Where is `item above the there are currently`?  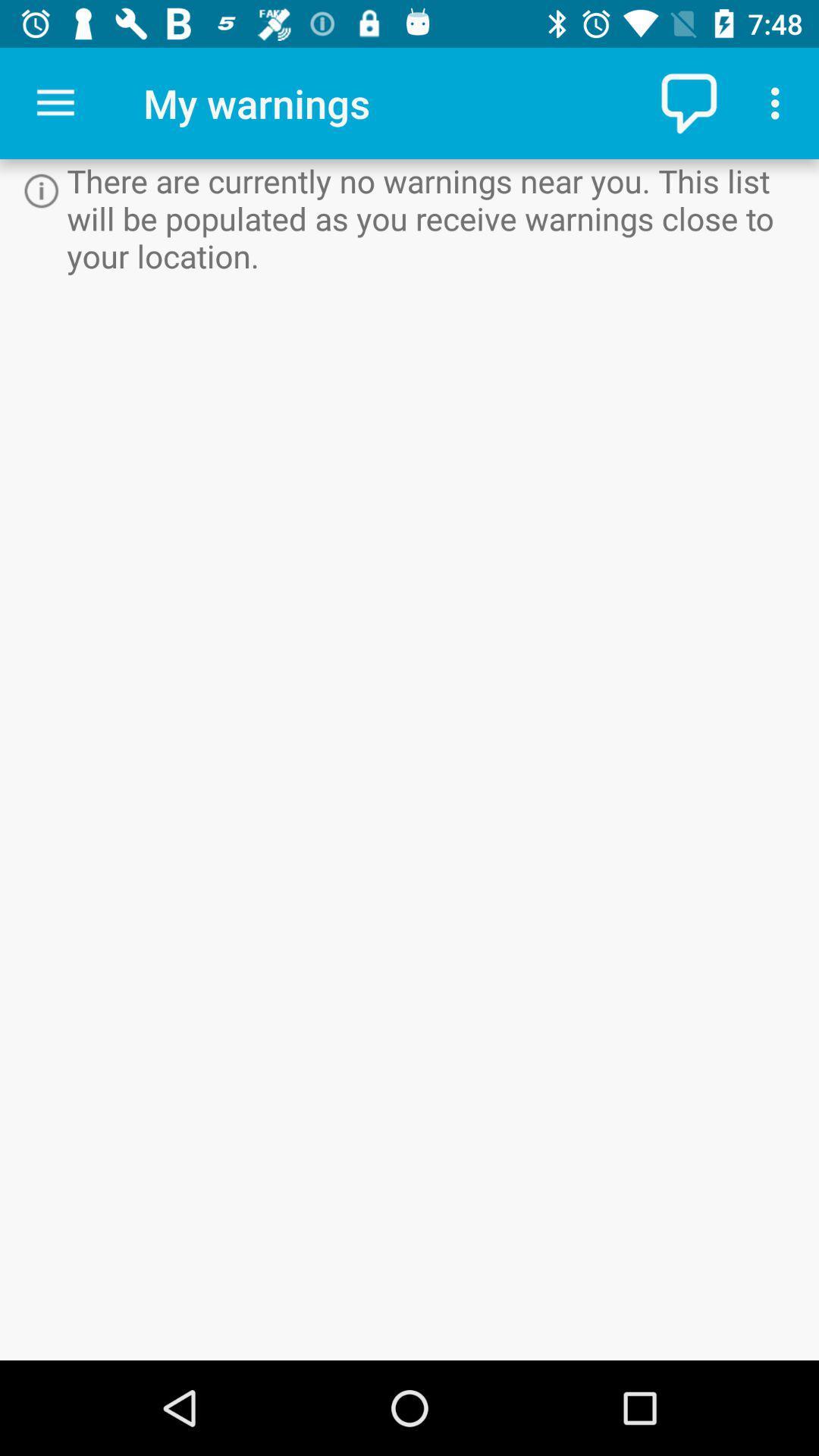 item above the there are currently is located at coordinates (691, 102).